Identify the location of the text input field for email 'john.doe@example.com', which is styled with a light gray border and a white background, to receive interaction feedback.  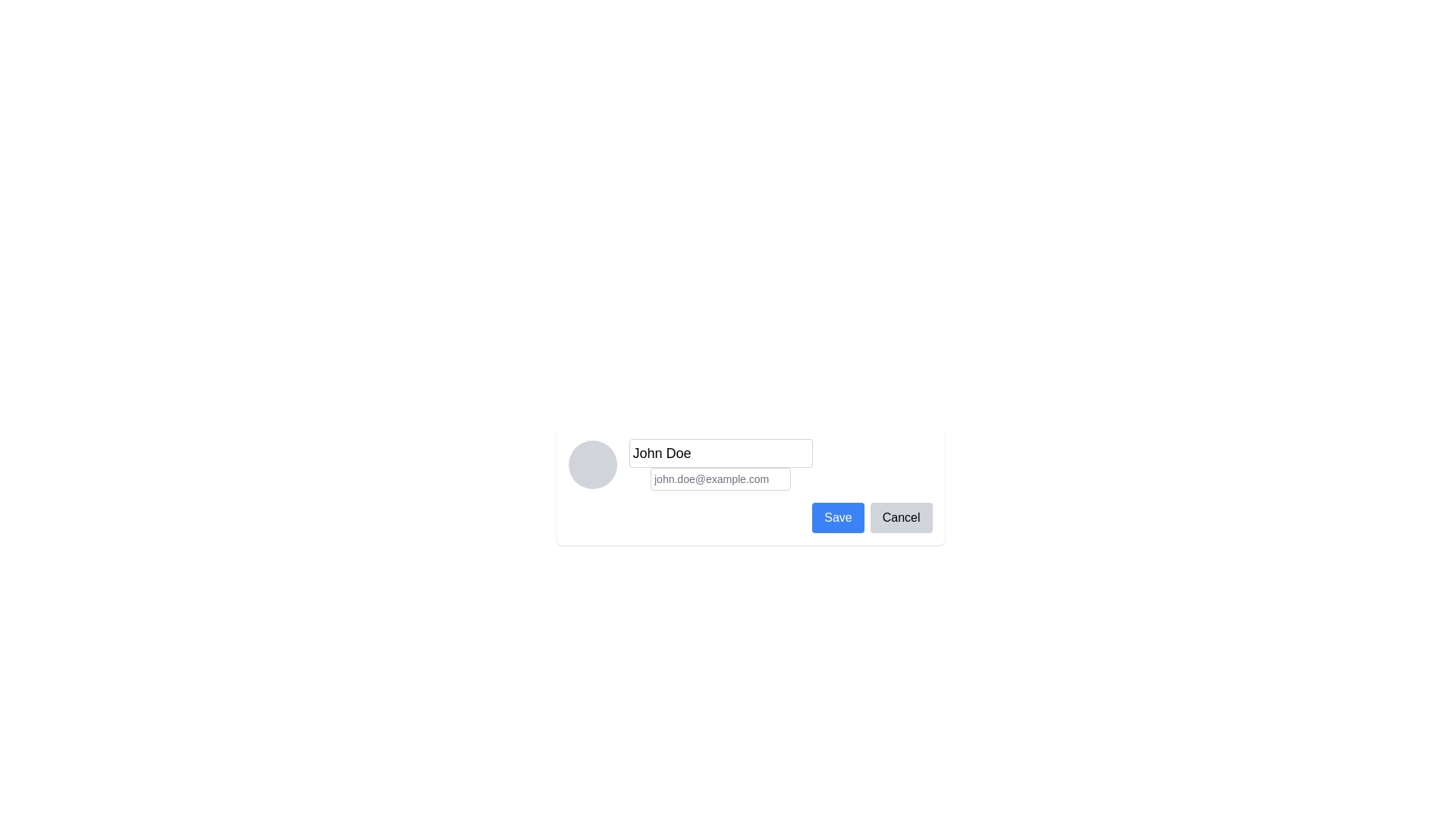
(720, 479).